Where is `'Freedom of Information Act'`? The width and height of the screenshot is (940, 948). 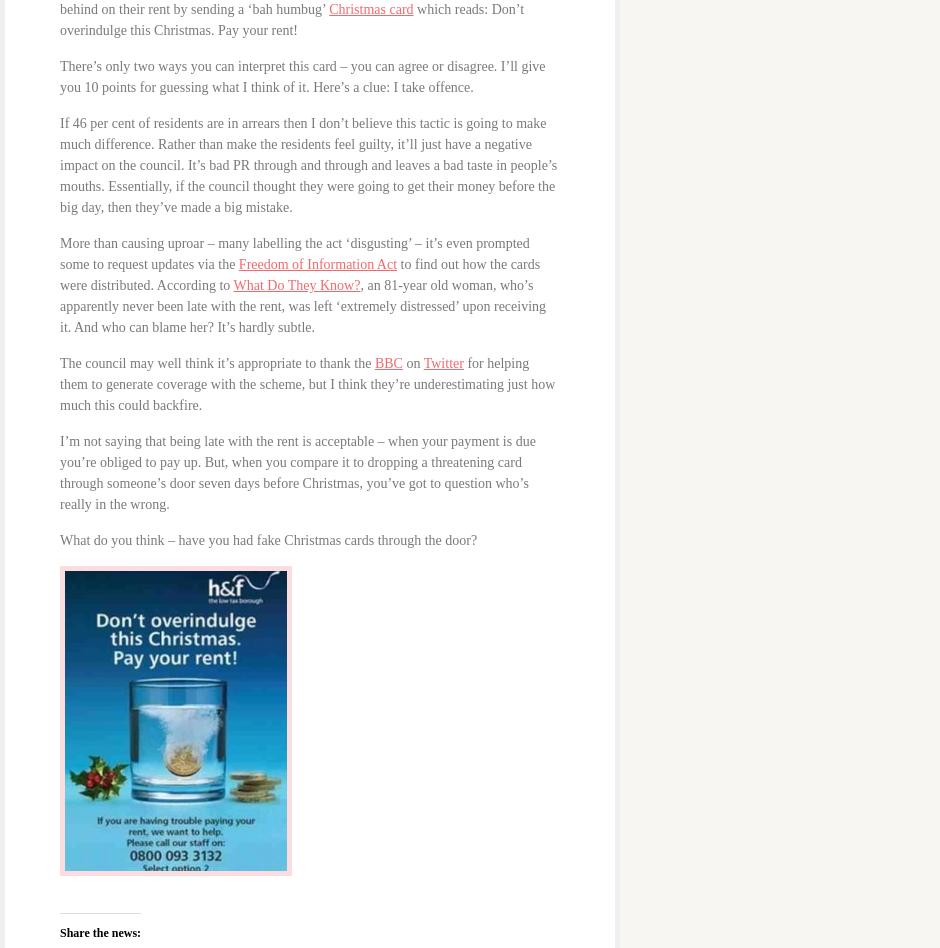 'Freedom of Information Act' is located at coordinates (317, 263).